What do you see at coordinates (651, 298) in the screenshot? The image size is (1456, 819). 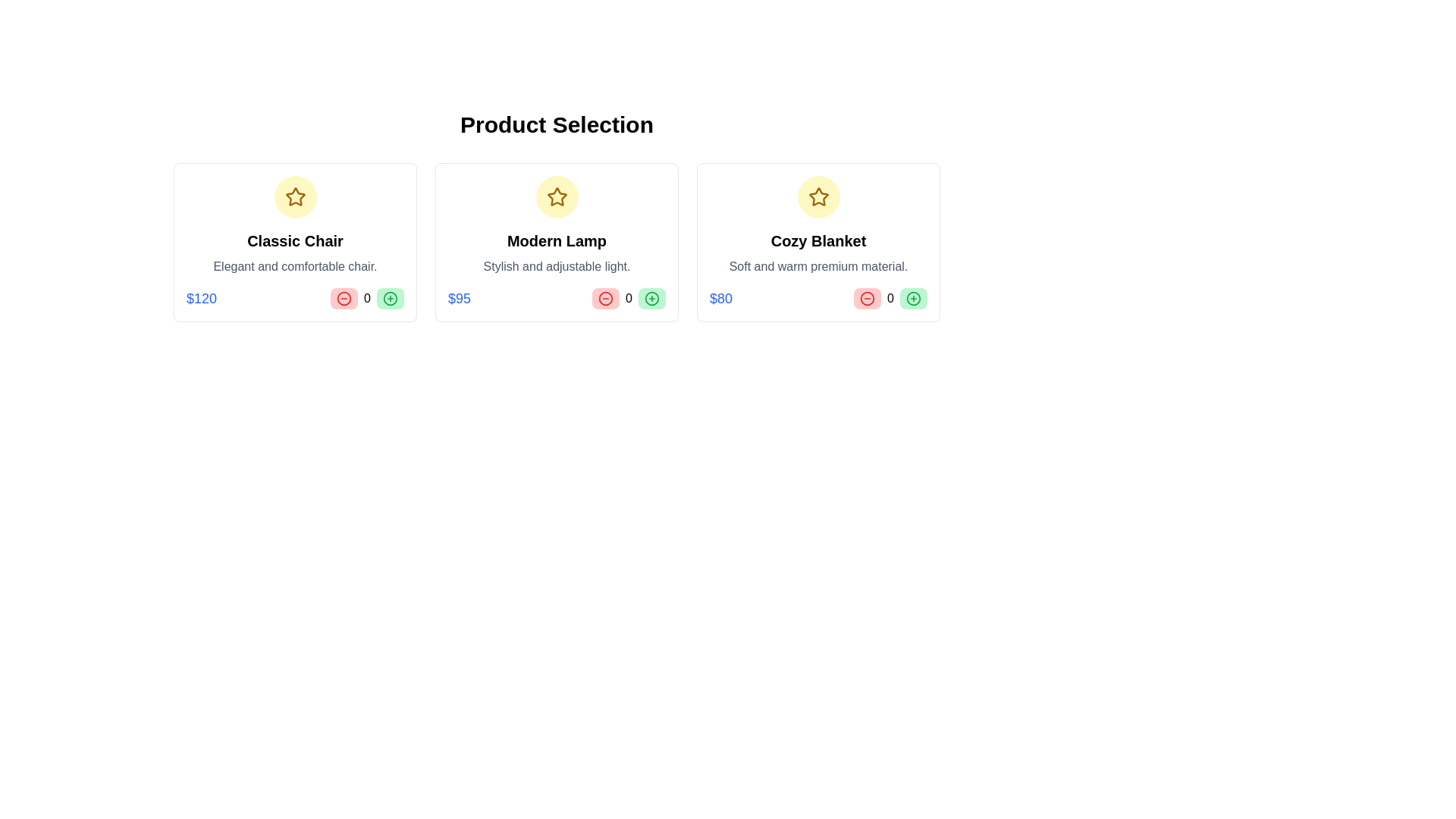 I see `the small green button with a plus icon to increment the count displayed next to it` at bounding box center [651, 298].